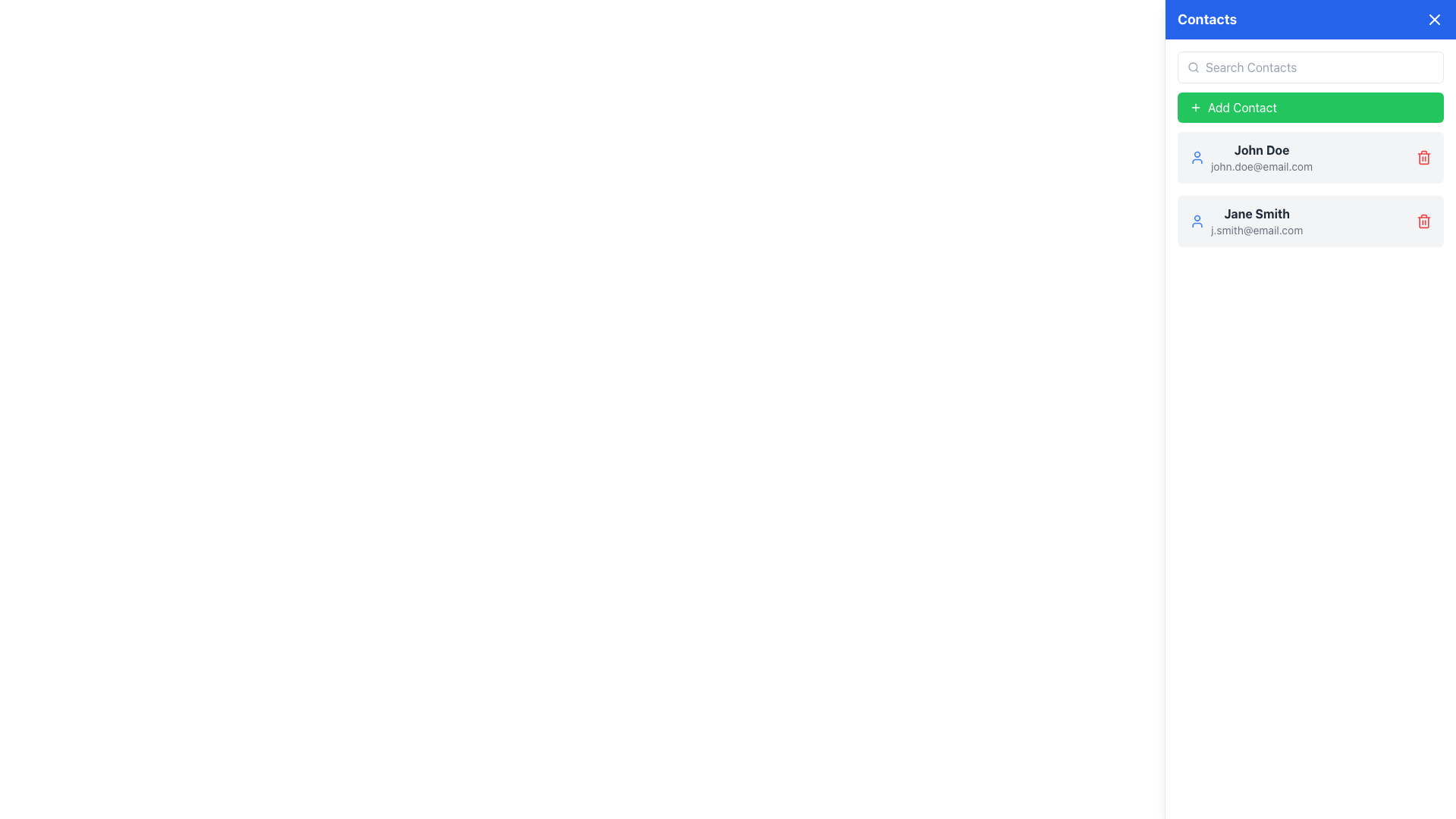 Image resolution: width=1456 pixels, height=819 pixels. I want to click on the text display showing the email address 'john.doe@email.com', which is located below 'John Doe' in the contact entry block, so click(1262, 166).